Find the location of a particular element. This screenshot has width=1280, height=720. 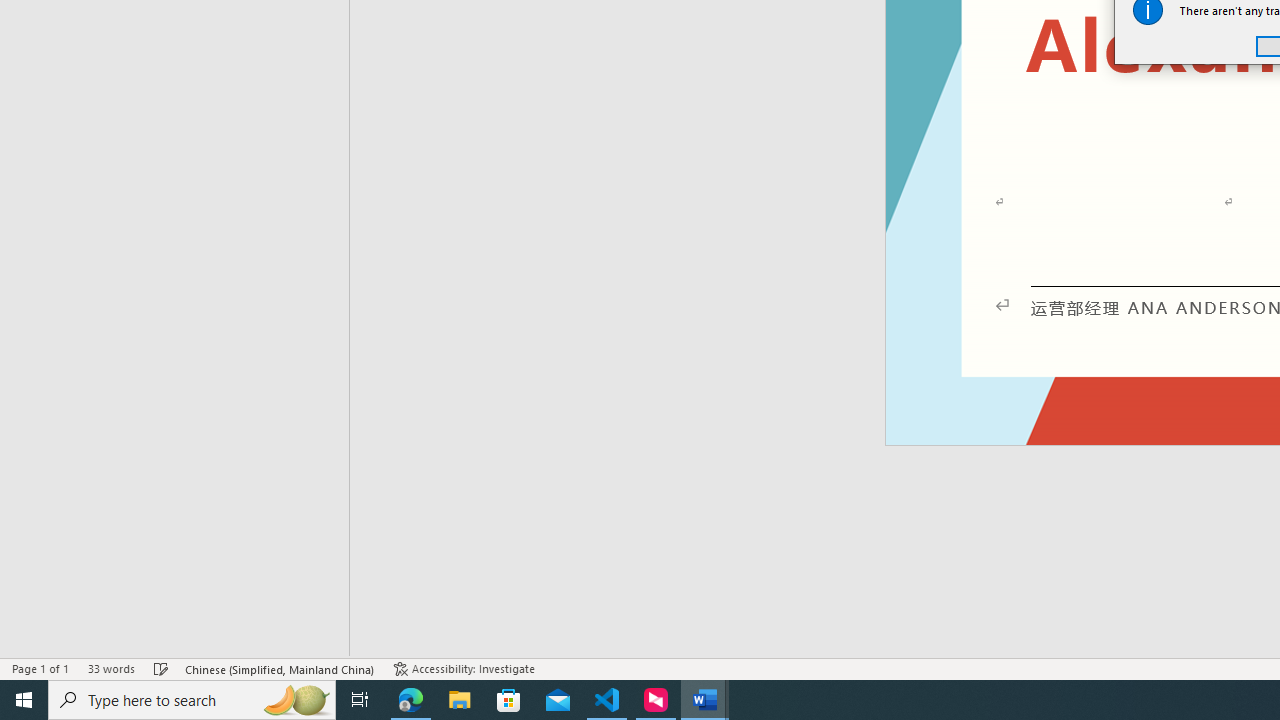

'File Explorer' is located at coordinates (459, 698).